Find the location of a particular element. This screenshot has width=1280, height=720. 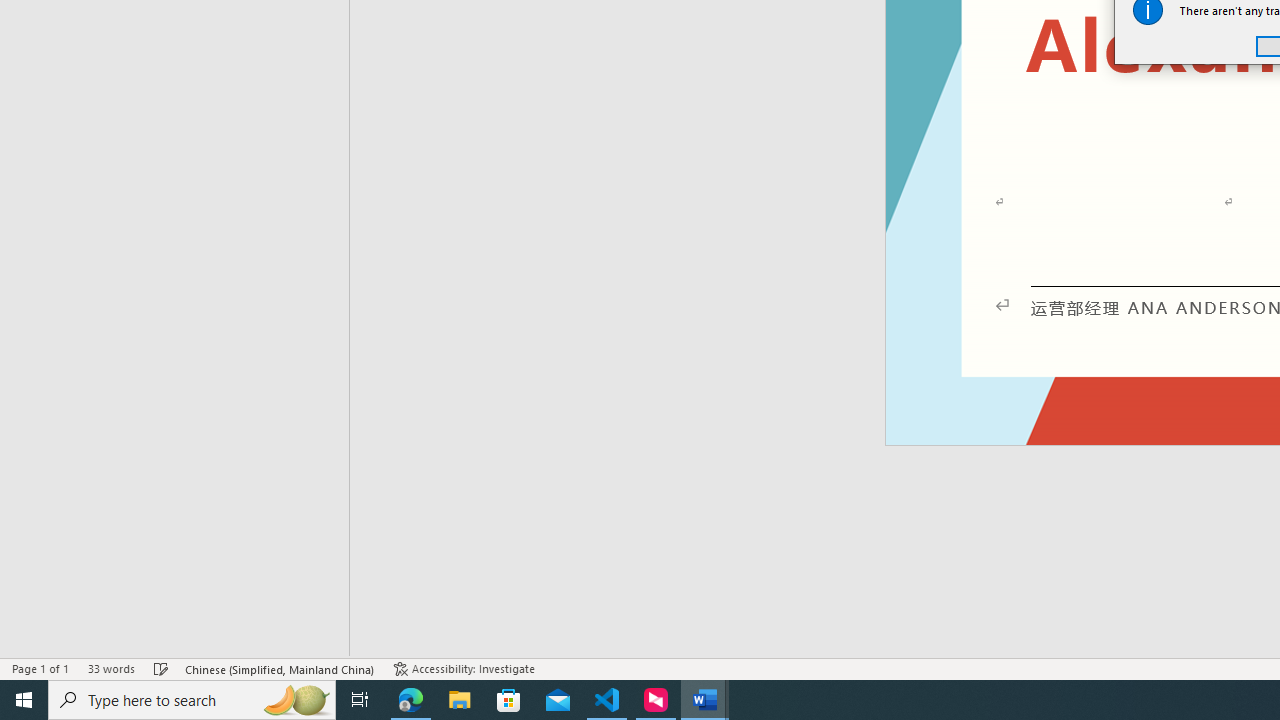

'File Explorer' is located at coordinates (459, 698).